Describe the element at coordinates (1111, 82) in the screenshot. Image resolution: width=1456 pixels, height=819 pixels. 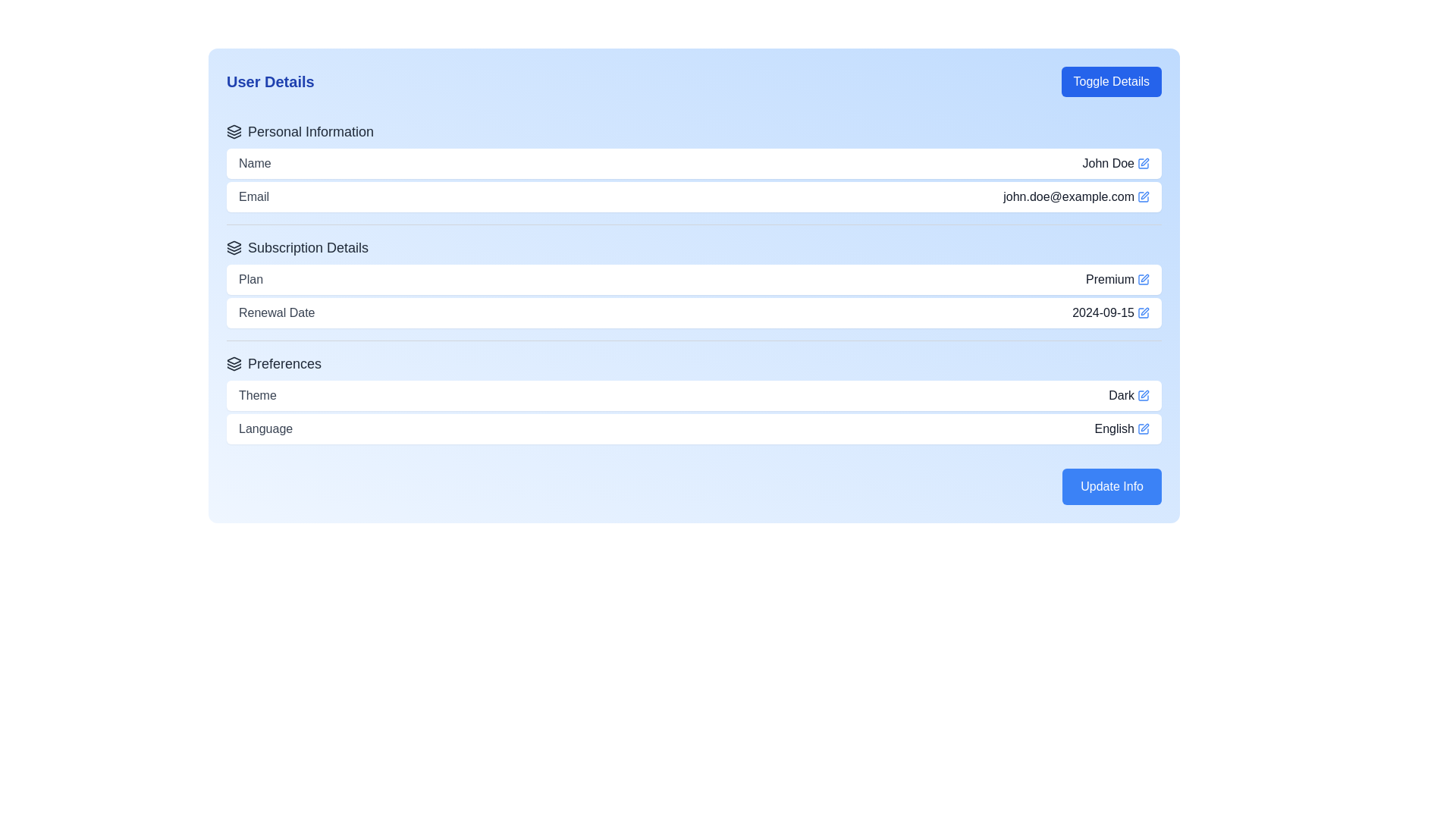
I see `the 'Toggle Details' button, which is a rectangular button with rounded corners, a bright blue background, and white text, located in the top-right region of the user interface` at that location.